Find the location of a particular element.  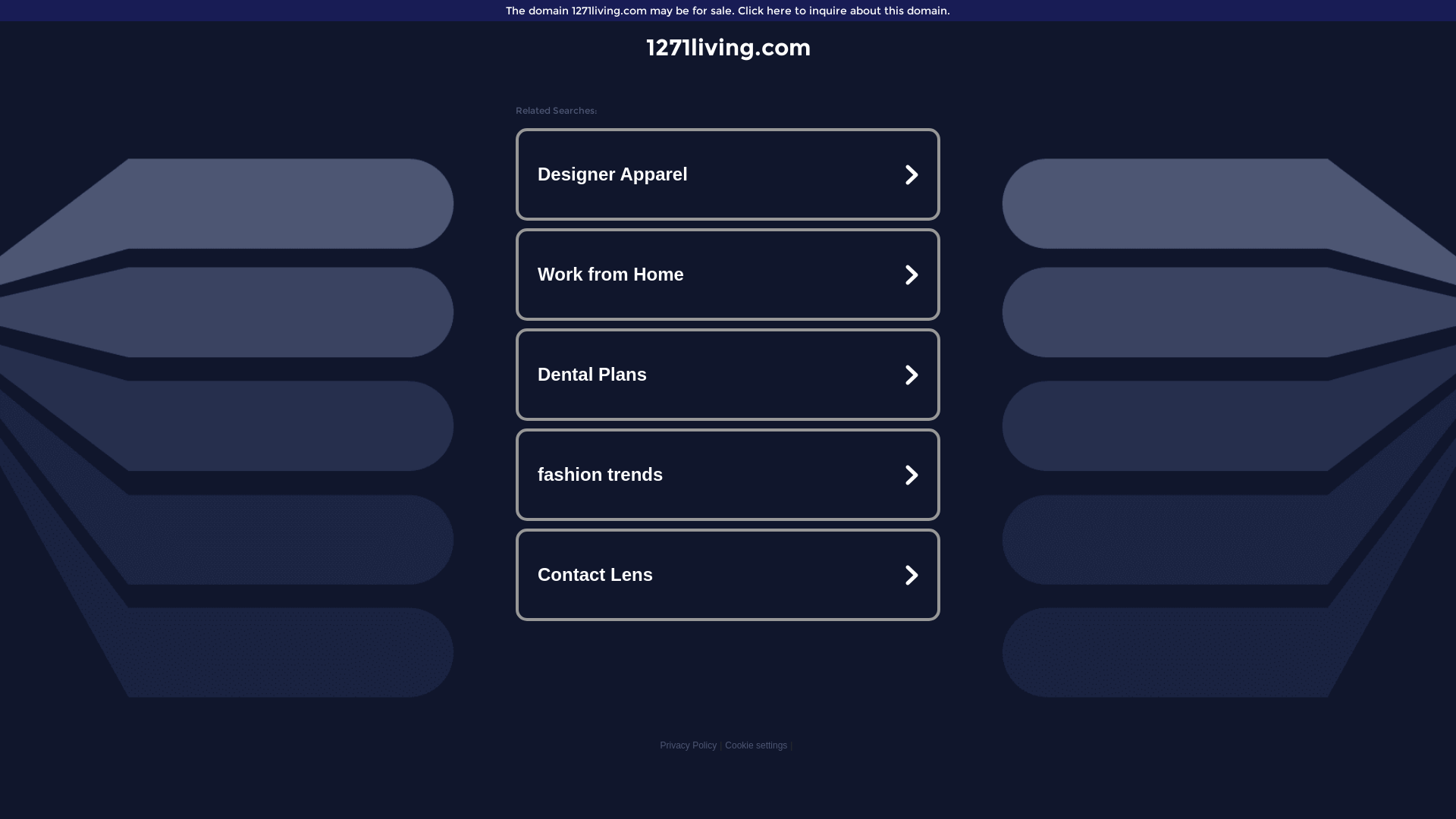

'Contact Lens' is located at coordinates (728, 575).